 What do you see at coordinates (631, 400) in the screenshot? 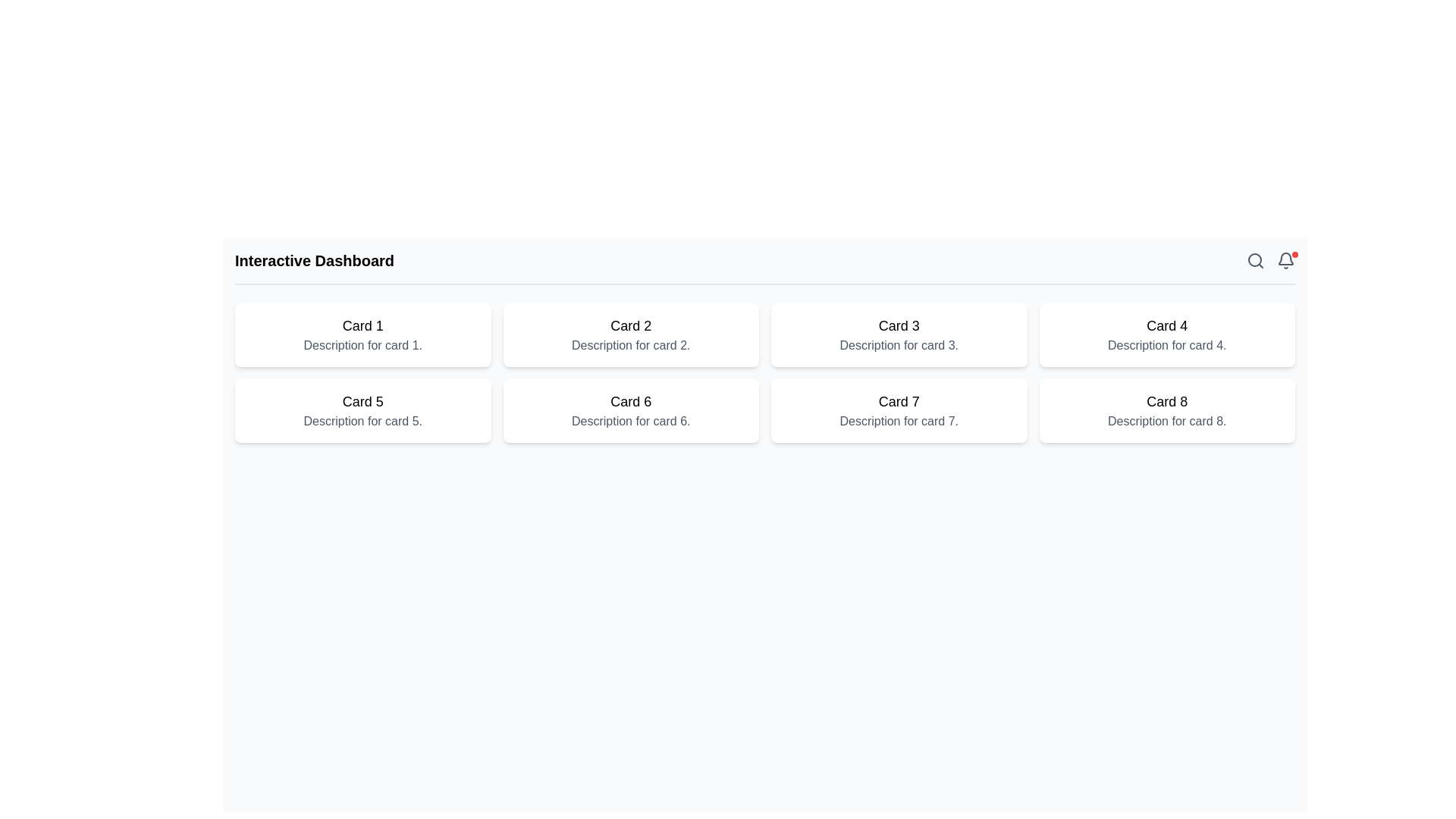
I see `the text label displaying 'Card 6' located in the upper half of the sixth card in the card layout` at bounding box center [631, 400].